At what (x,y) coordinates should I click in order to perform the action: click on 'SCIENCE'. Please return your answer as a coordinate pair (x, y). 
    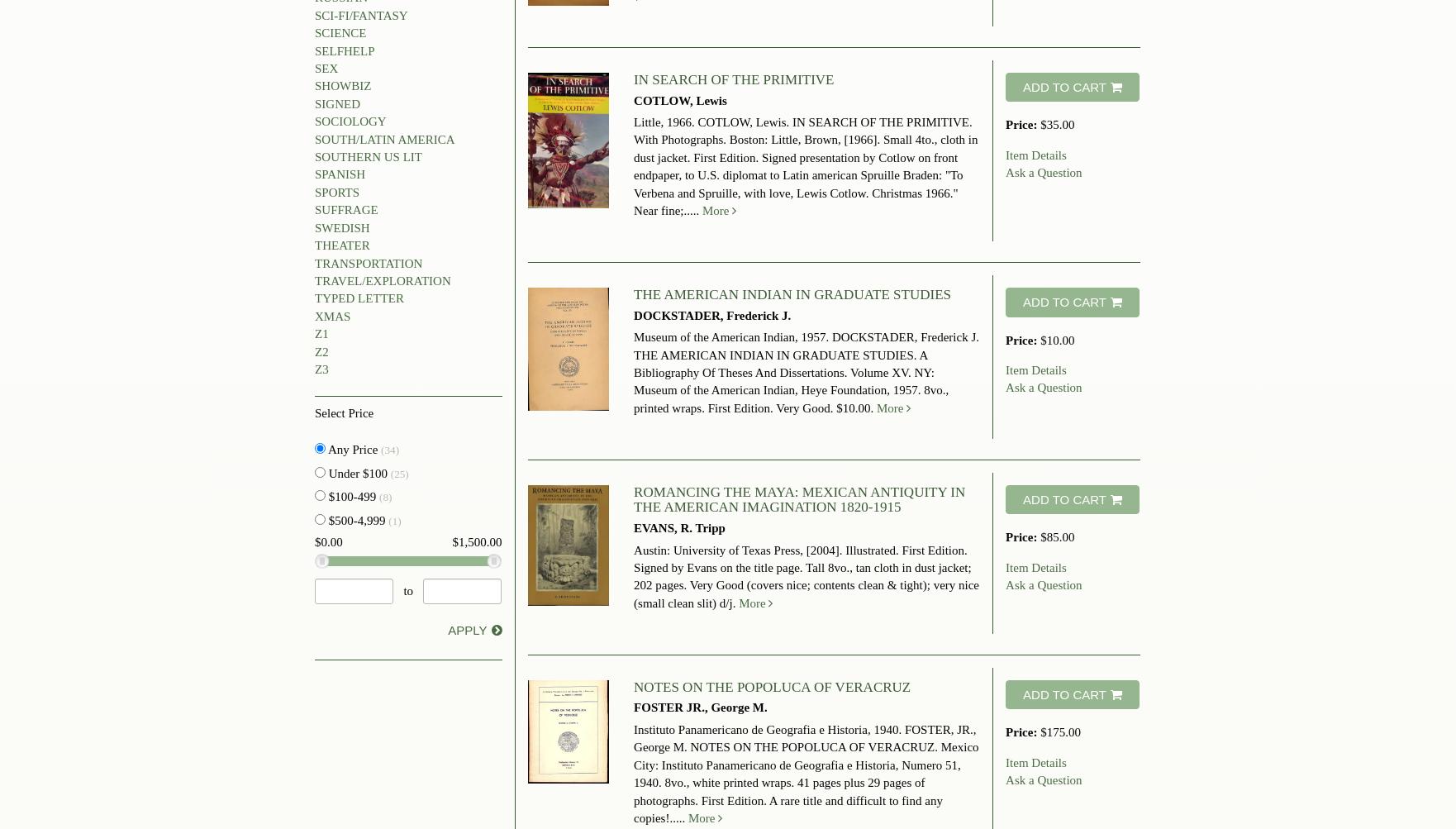
    Looking at the image, I should click on (340, 33).